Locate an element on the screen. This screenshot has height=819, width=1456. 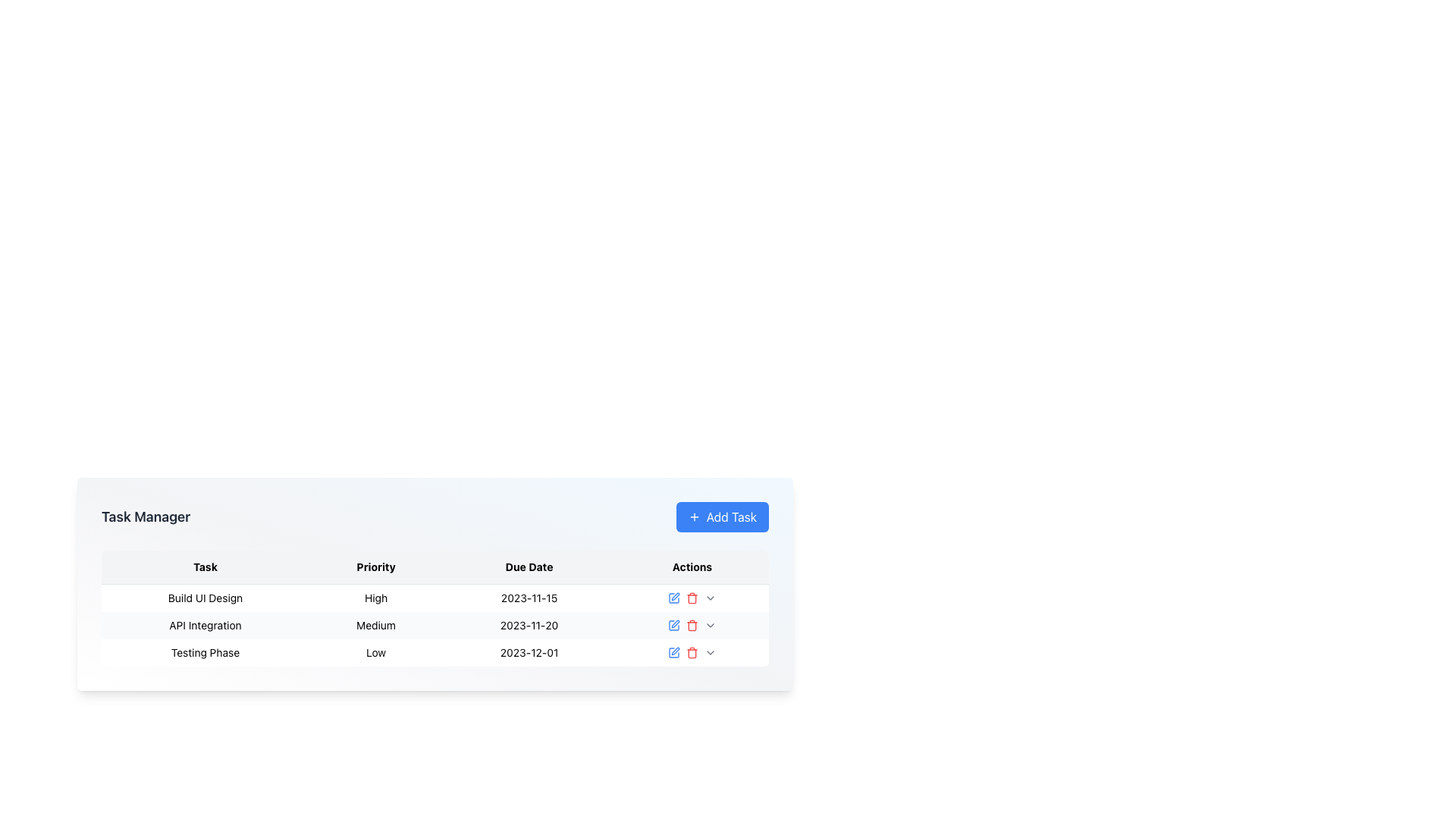
the text field displaying the date '2023-11-15' located in the third column ('Due Date') of the first row ('Build UI Design') within the Task Manager interface is located at coordinates (529, 597).